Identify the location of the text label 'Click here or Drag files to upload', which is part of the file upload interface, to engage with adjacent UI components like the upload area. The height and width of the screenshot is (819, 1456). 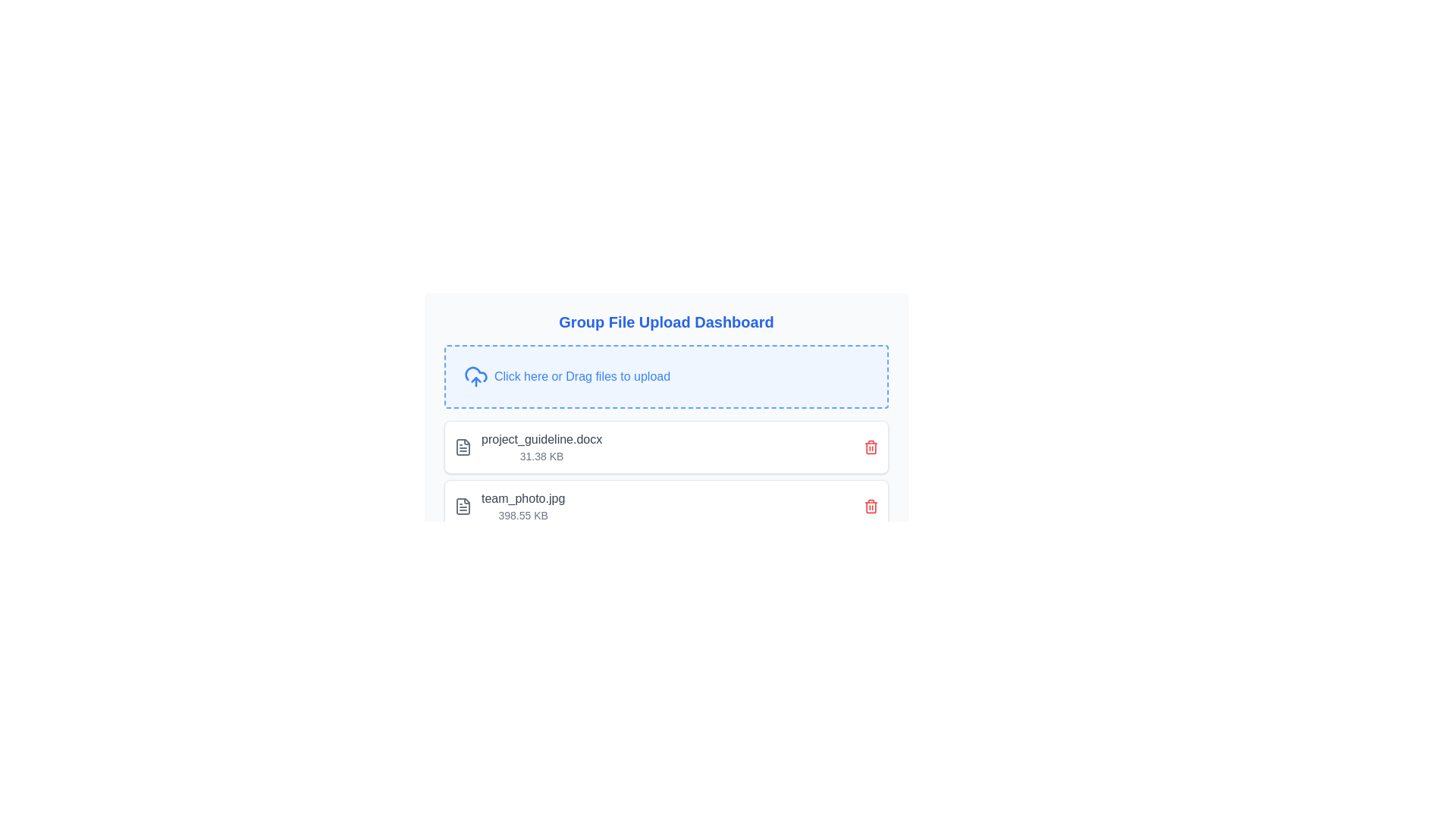
(582, 376).